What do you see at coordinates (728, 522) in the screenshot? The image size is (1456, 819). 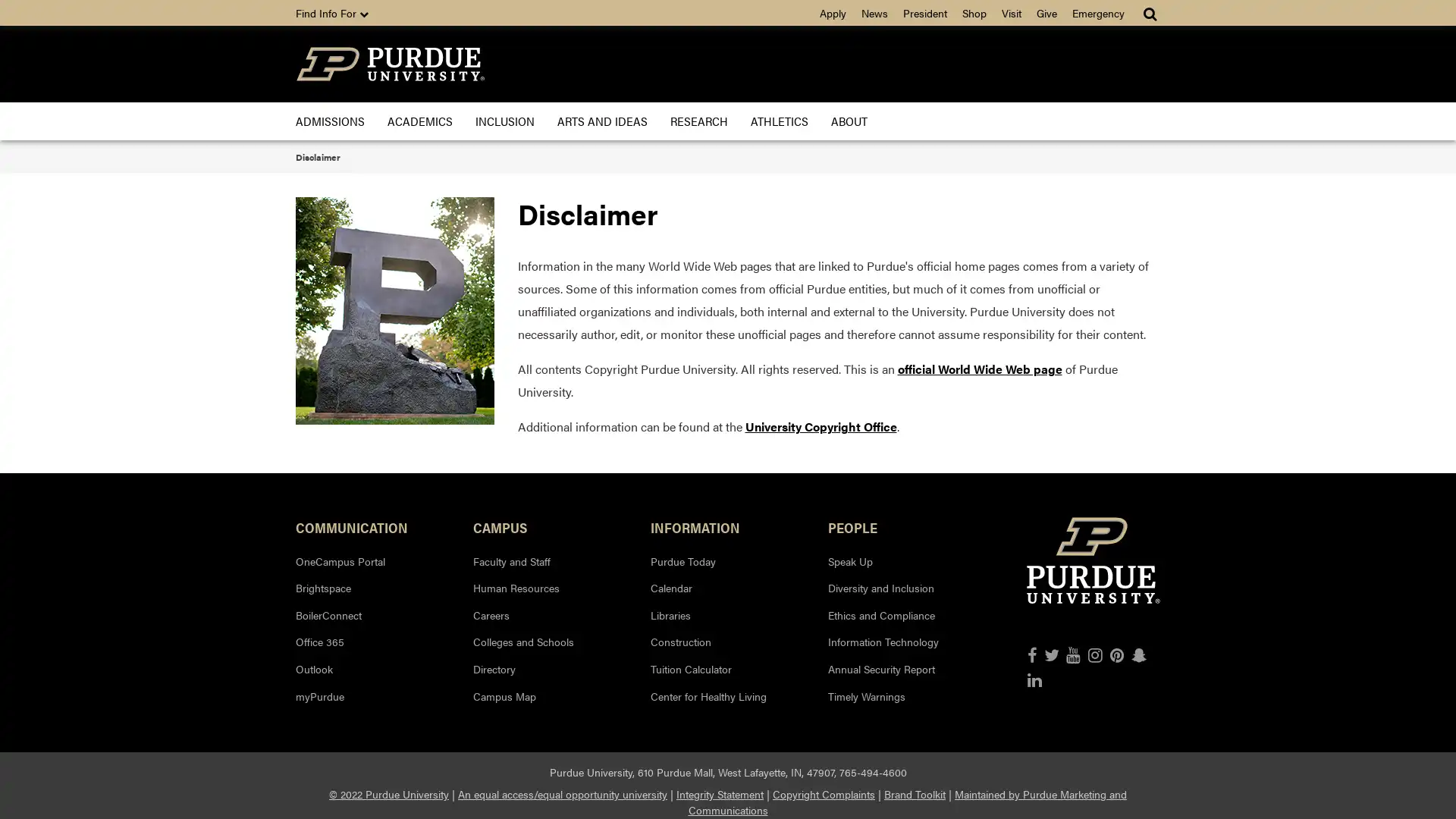 I see `INFORMATION` at bounding box center [728, 522].